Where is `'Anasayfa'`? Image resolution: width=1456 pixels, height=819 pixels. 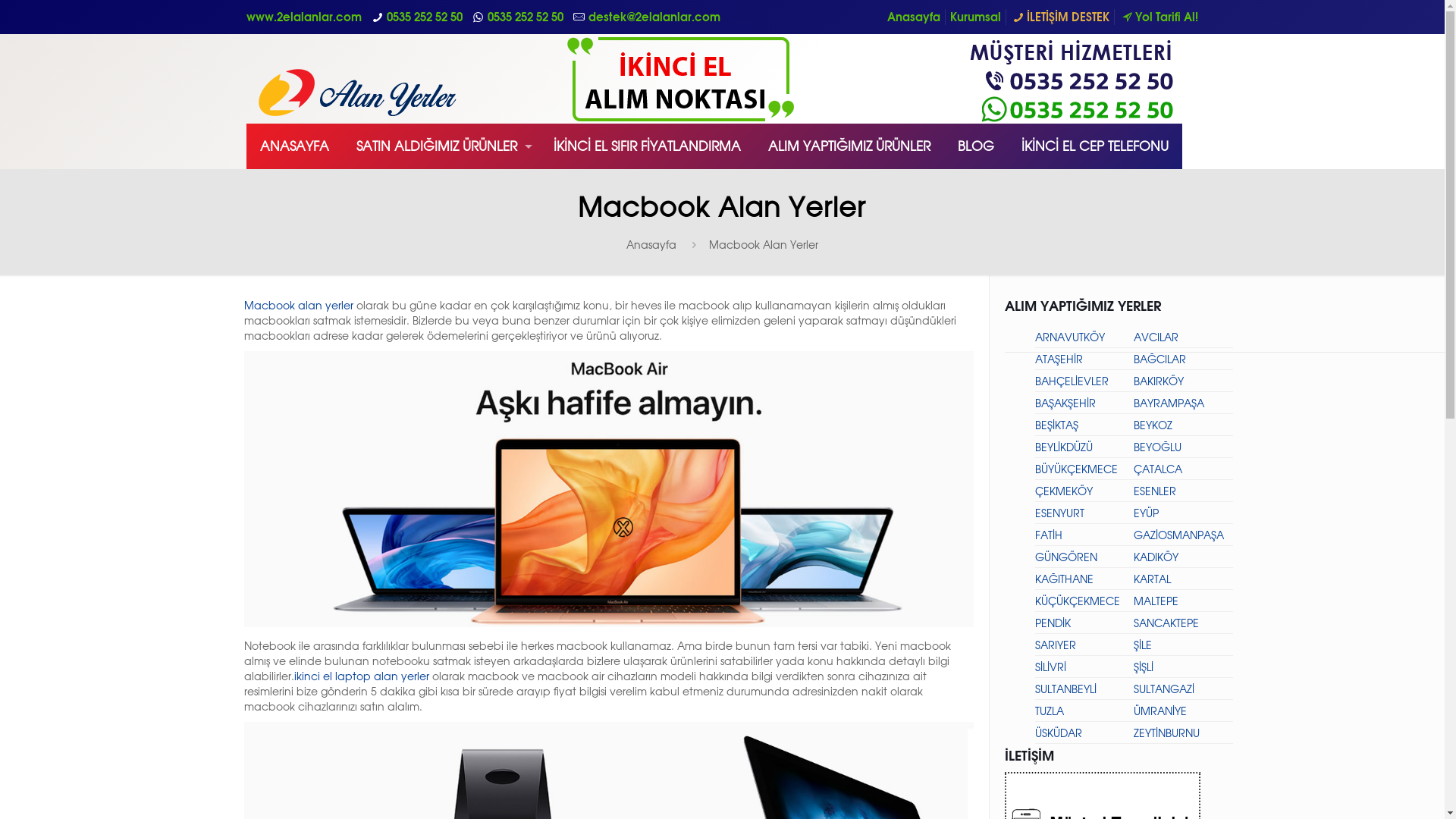 'Anasayfa' is located at coordinates (651, 243).